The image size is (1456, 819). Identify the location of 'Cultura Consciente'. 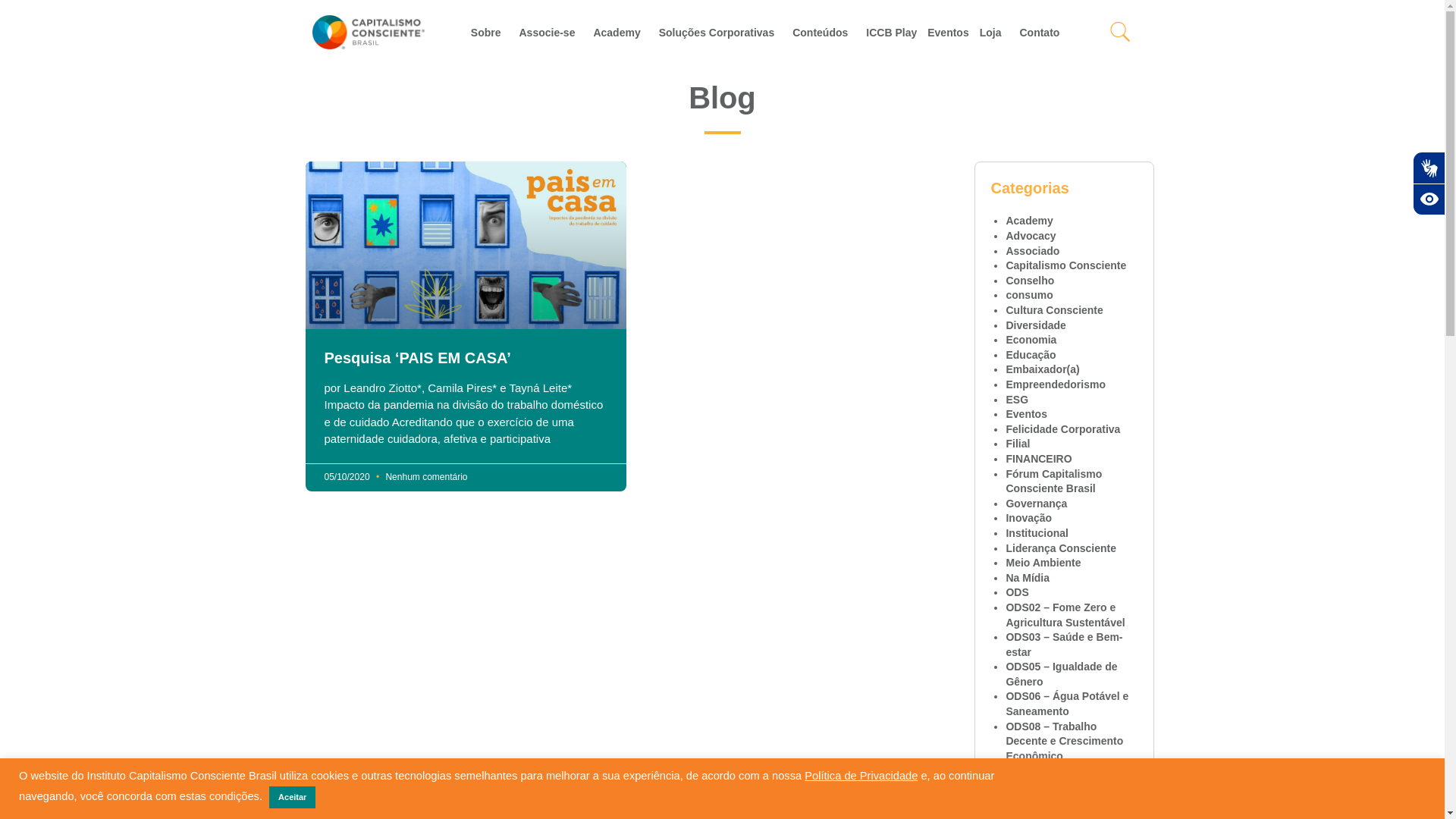
(1053, 309).